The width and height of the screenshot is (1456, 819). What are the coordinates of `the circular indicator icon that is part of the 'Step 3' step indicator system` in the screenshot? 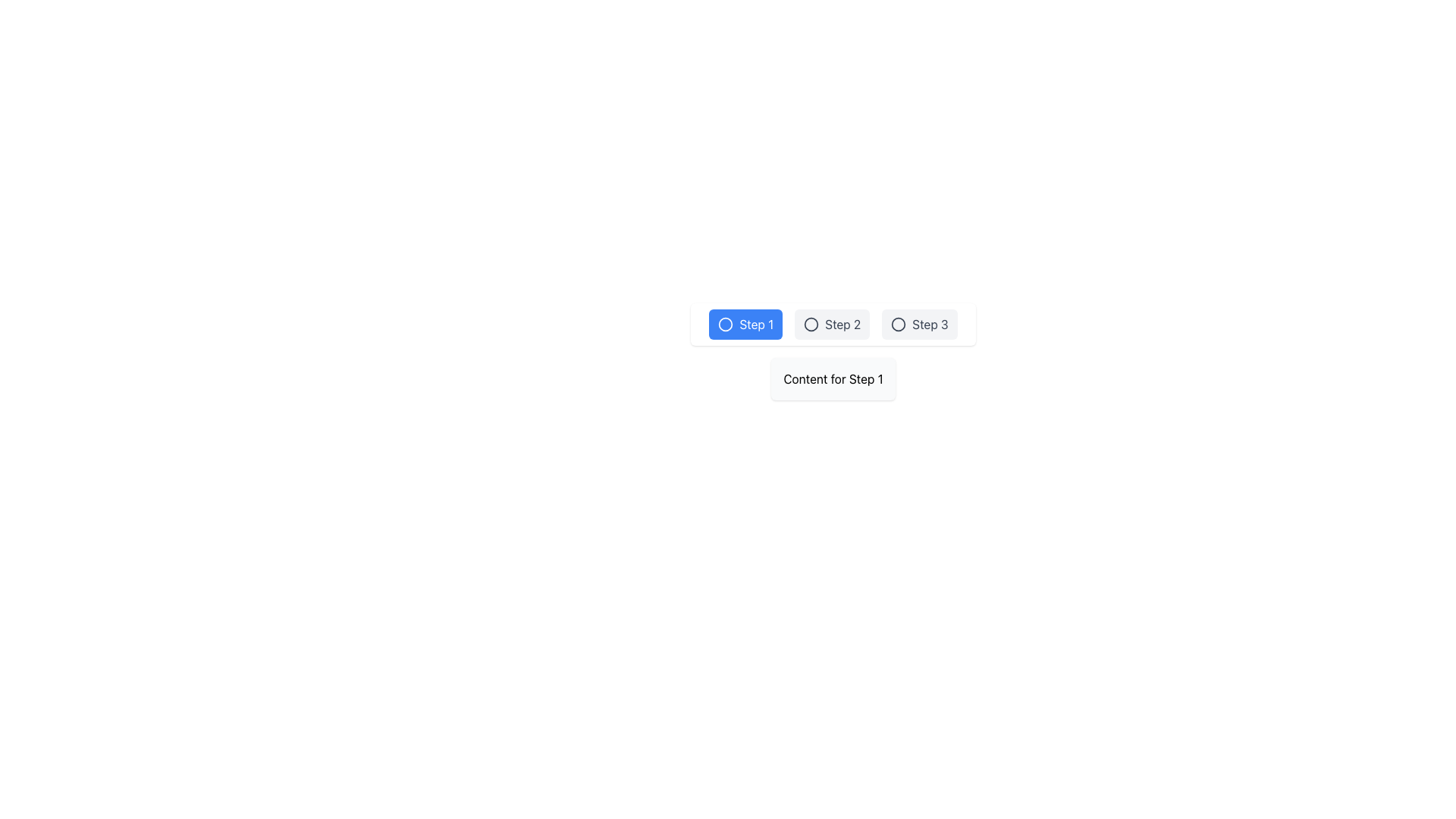 It's located at (899, 324).